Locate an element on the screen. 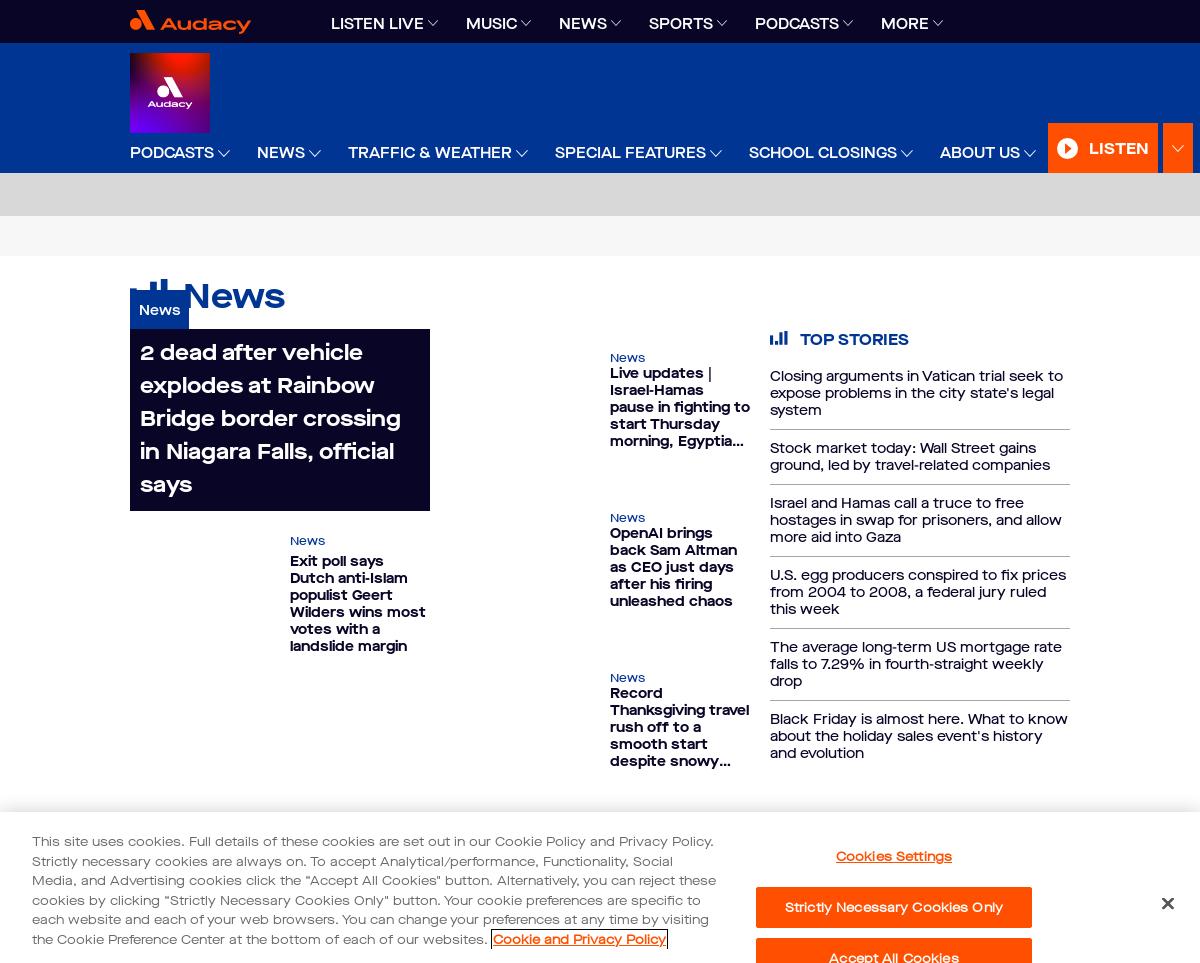  'U.S. egg producers conspired to fix prices from 2004 to 2008, a federal jury ruled this week' is located at coordinates (918, 592).